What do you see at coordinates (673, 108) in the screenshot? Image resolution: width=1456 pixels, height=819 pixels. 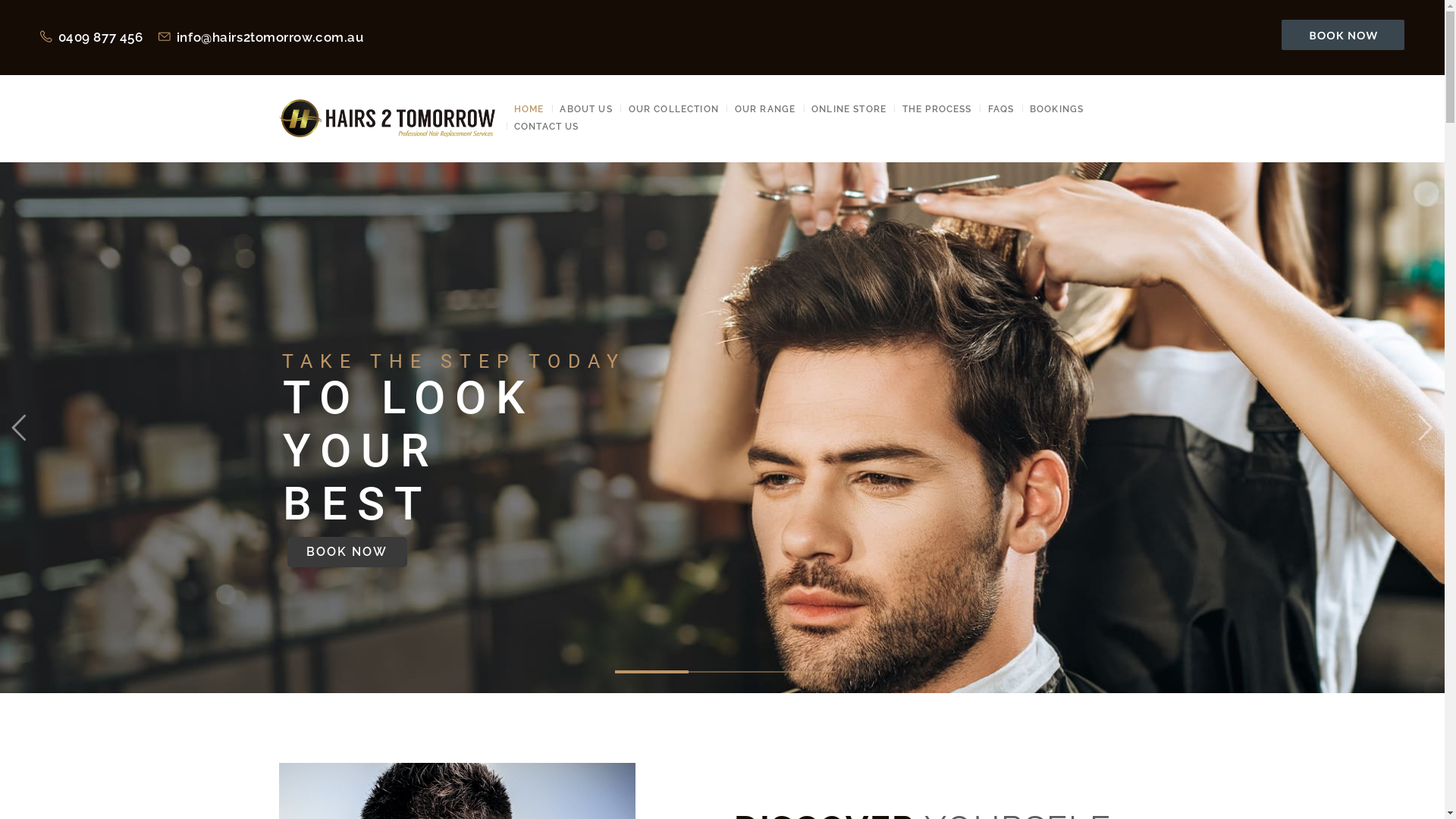 I see `'OUR COLLECTION'` at bounding box center [673, 108].